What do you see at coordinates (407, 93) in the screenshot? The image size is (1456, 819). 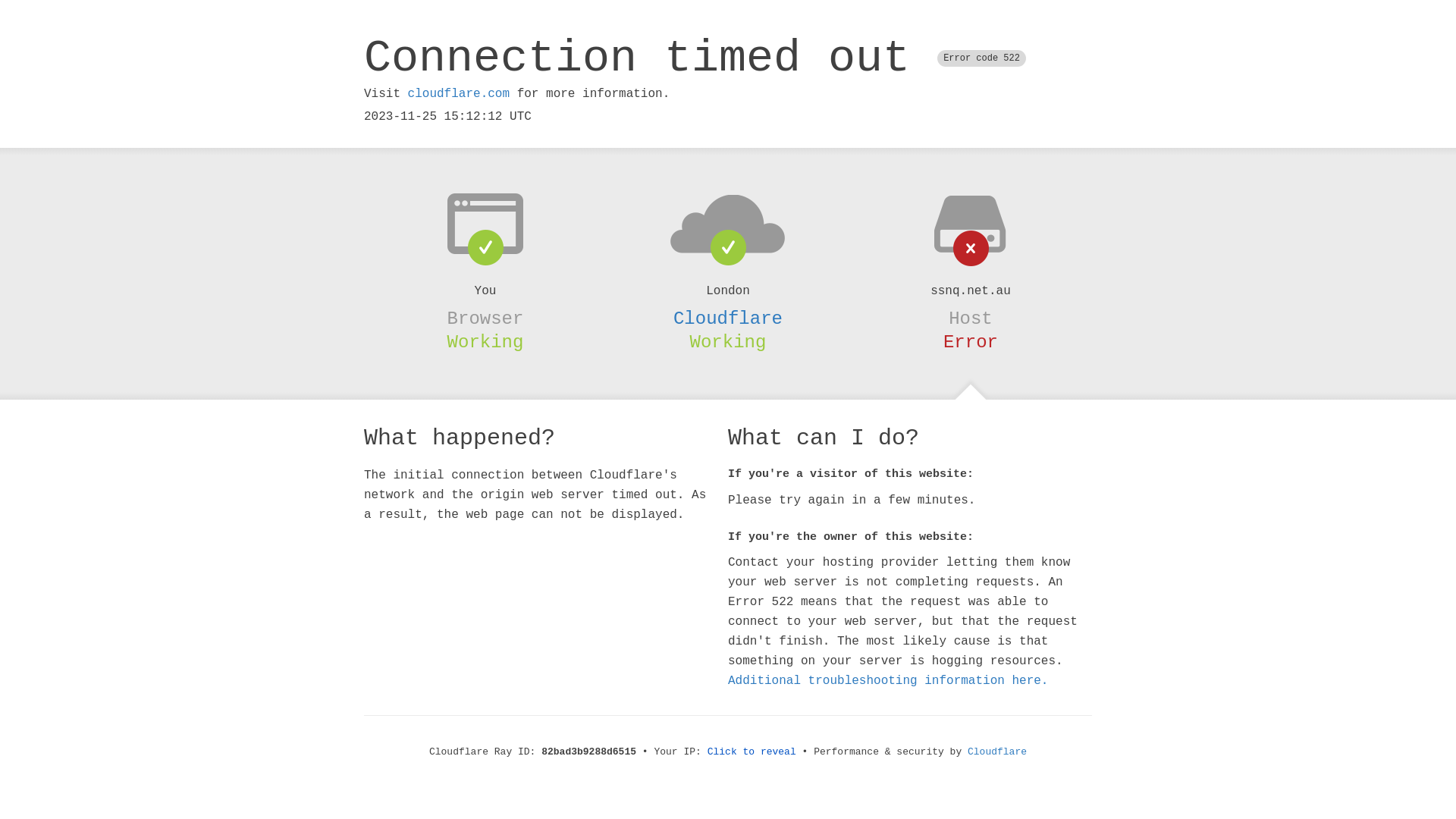 I see `'cloudflare.com'` at bounding box center [407, 93].